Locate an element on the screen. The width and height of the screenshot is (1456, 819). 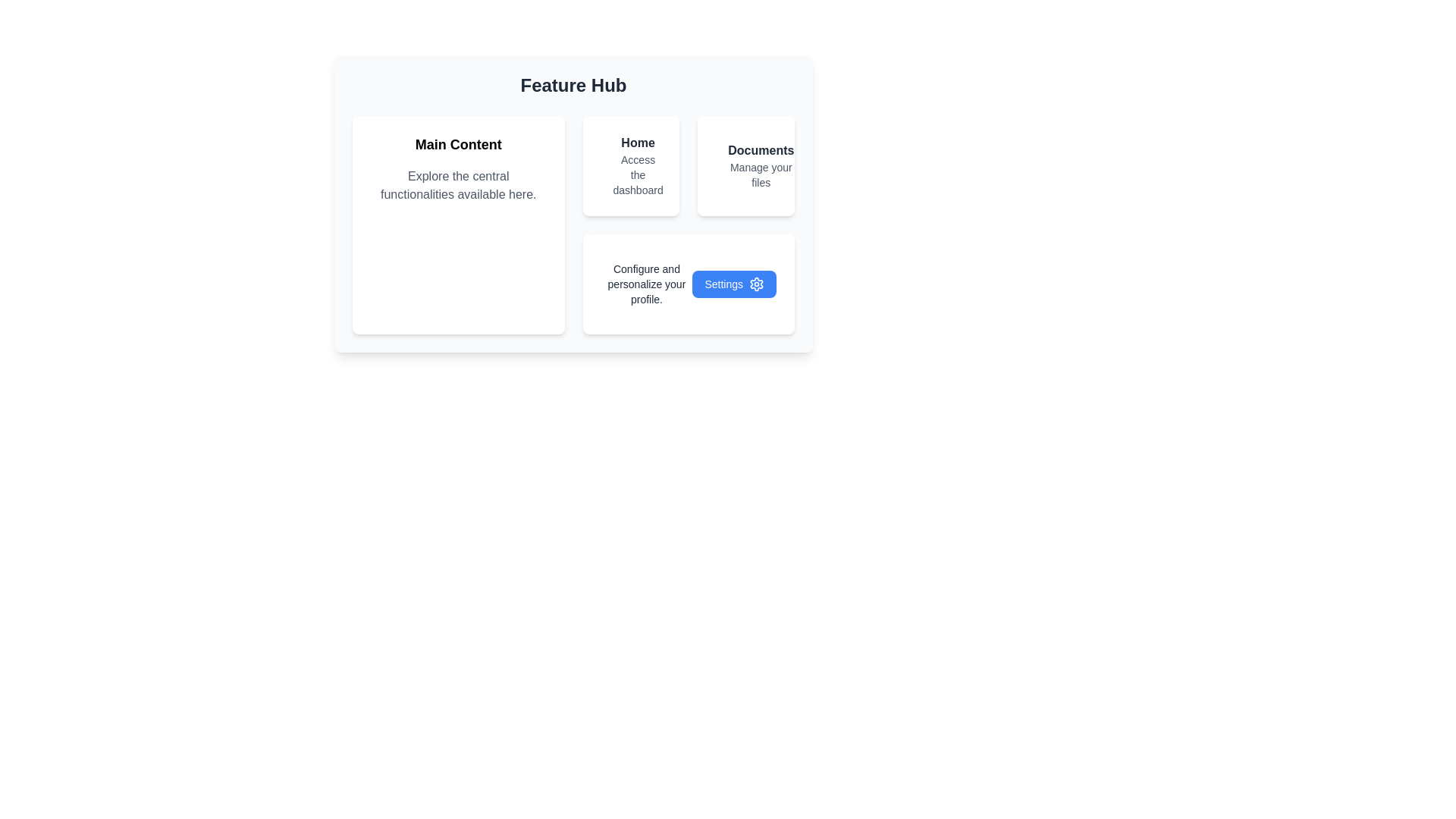
the settings icon located on the blue button labeled 'Settings' in the lower-right card is located at coordinates (757, 284).